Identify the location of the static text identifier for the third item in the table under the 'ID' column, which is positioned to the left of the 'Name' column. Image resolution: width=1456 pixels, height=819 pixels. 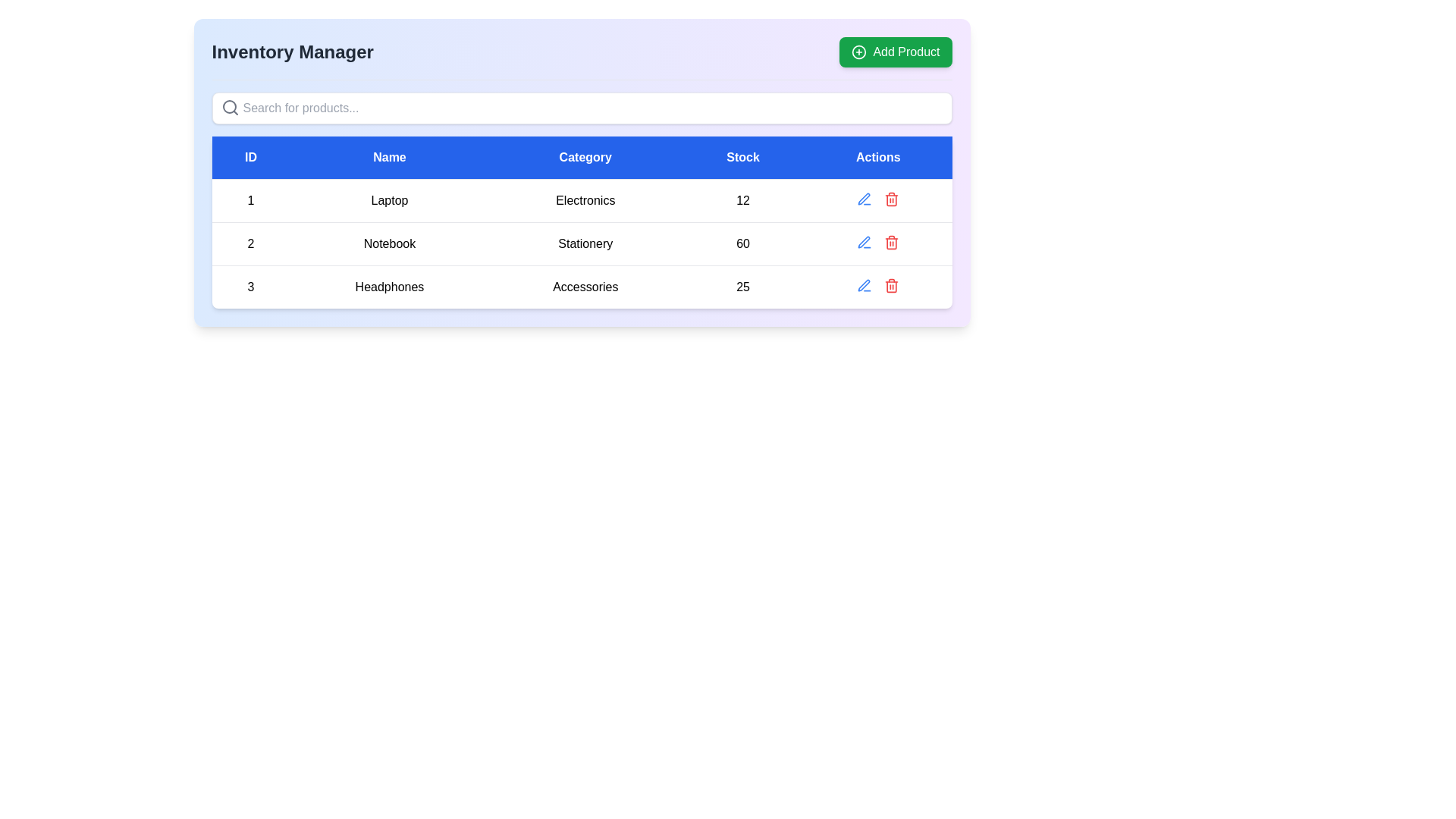
(251, 287).